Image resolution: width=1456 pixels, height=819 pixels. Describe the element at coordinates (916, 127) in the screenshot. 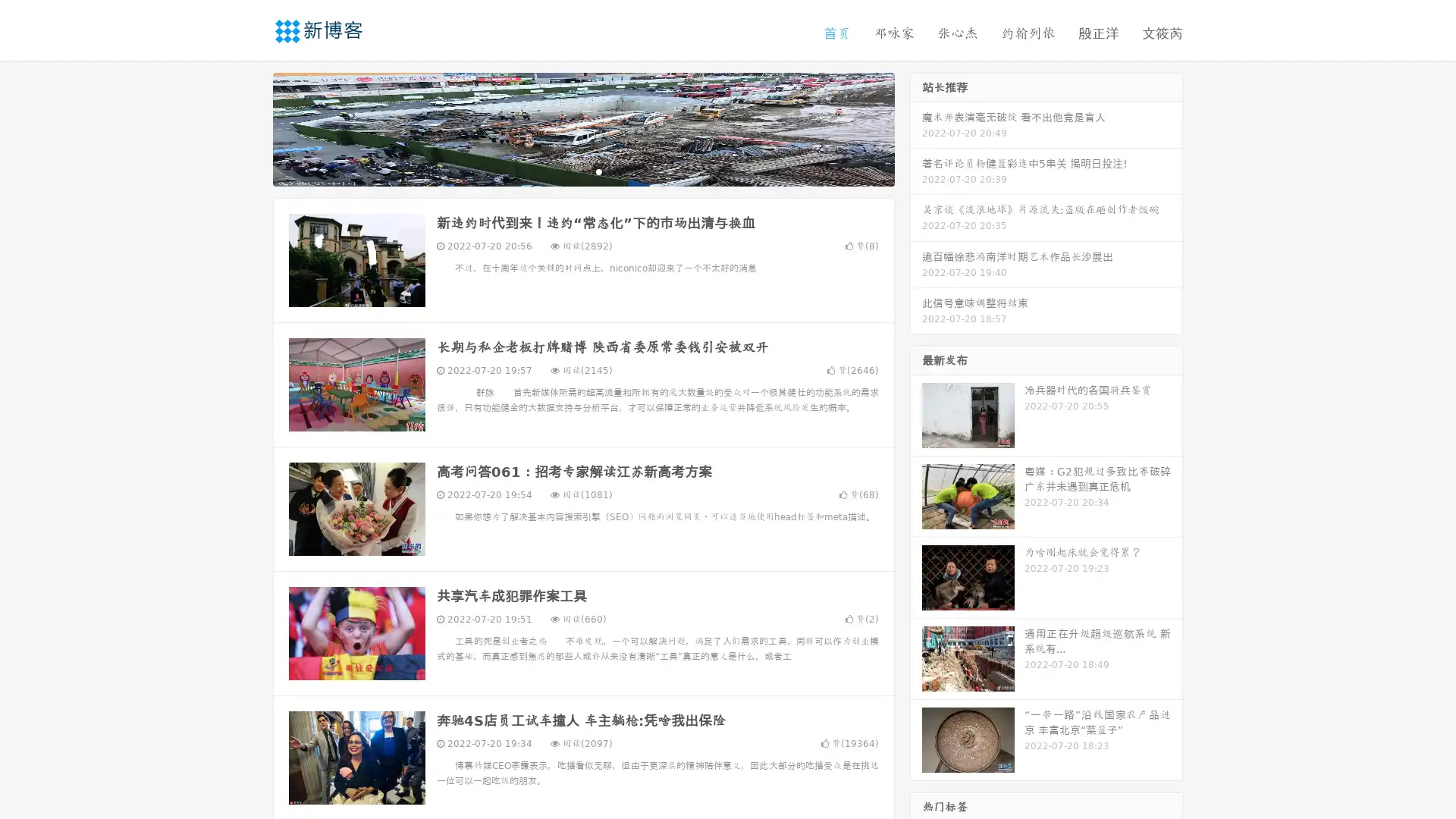

I see `Next slide` at that location.